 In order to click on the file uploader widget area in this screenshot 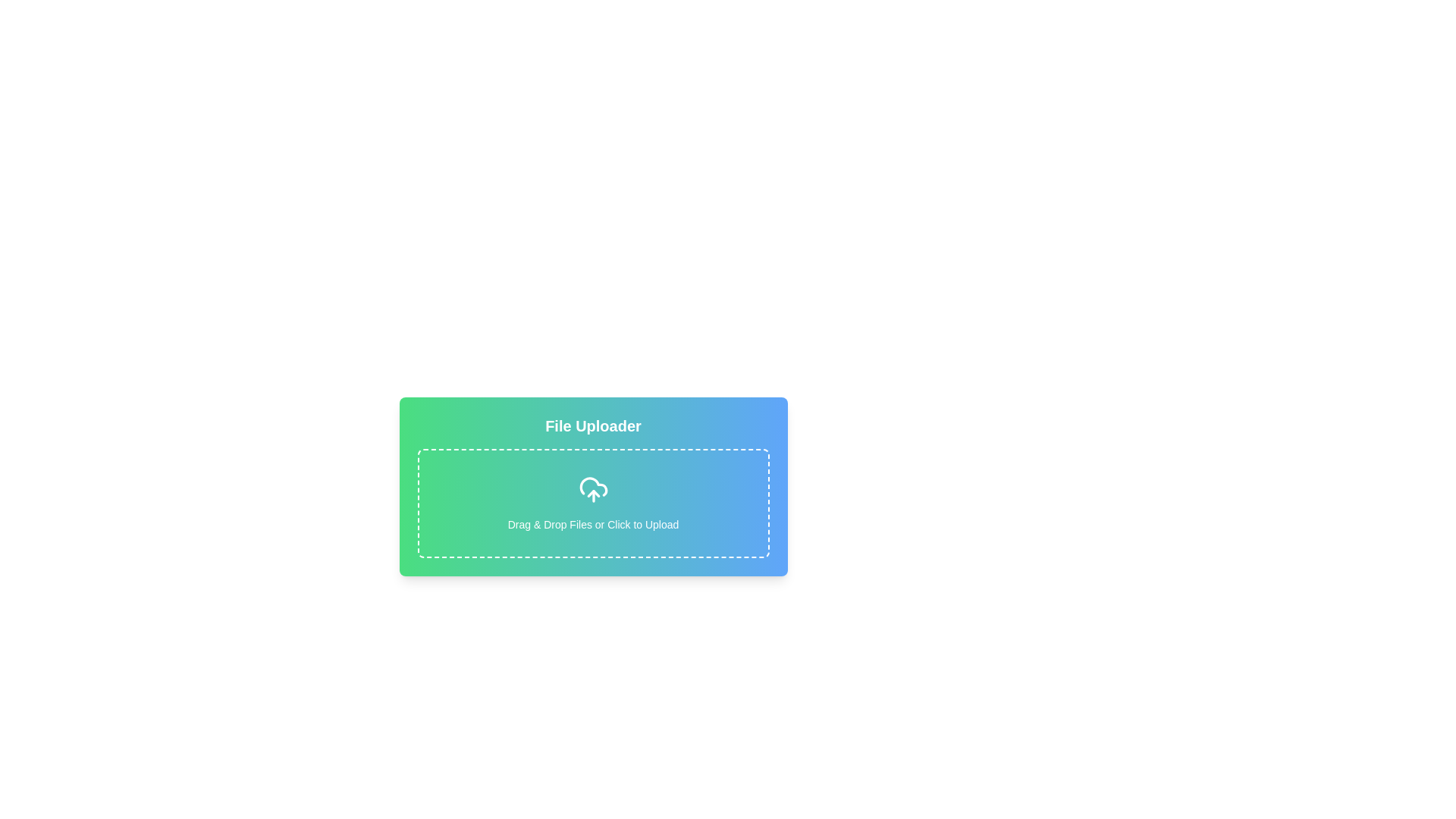, I will do `click(592, 551)`.